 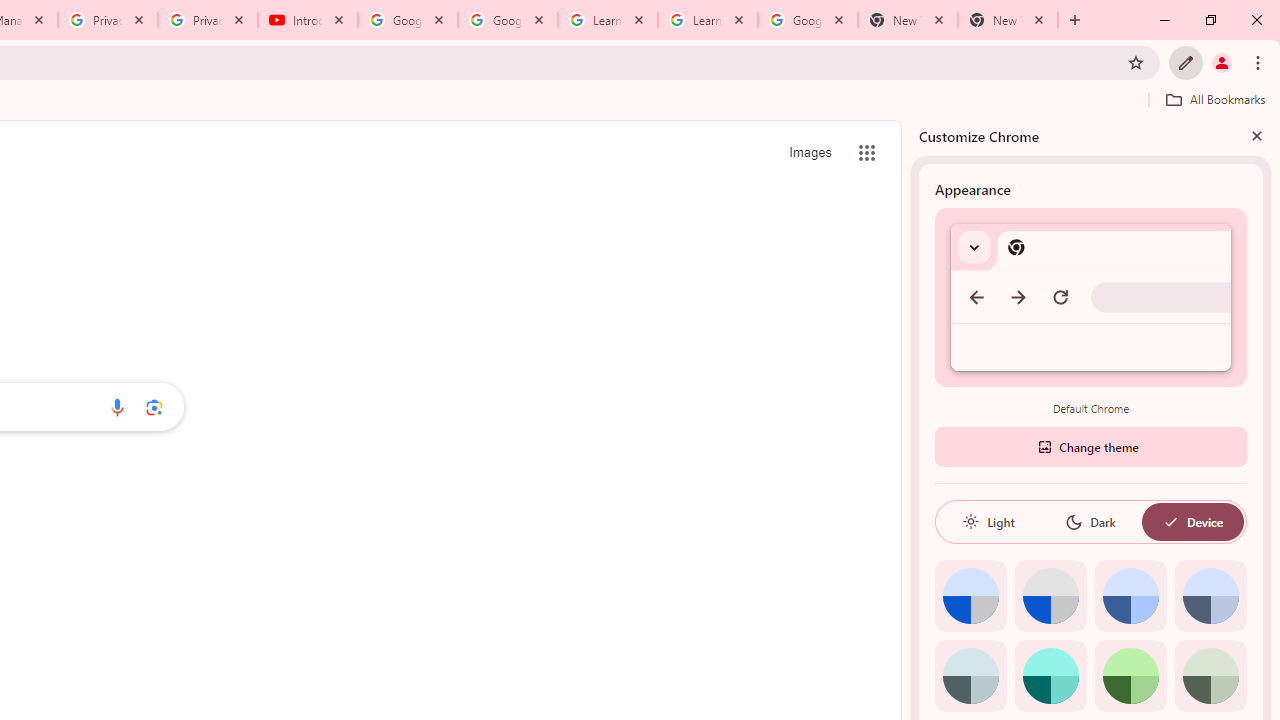 I want to click on 'Aqua', so click(x=1049, y=675).